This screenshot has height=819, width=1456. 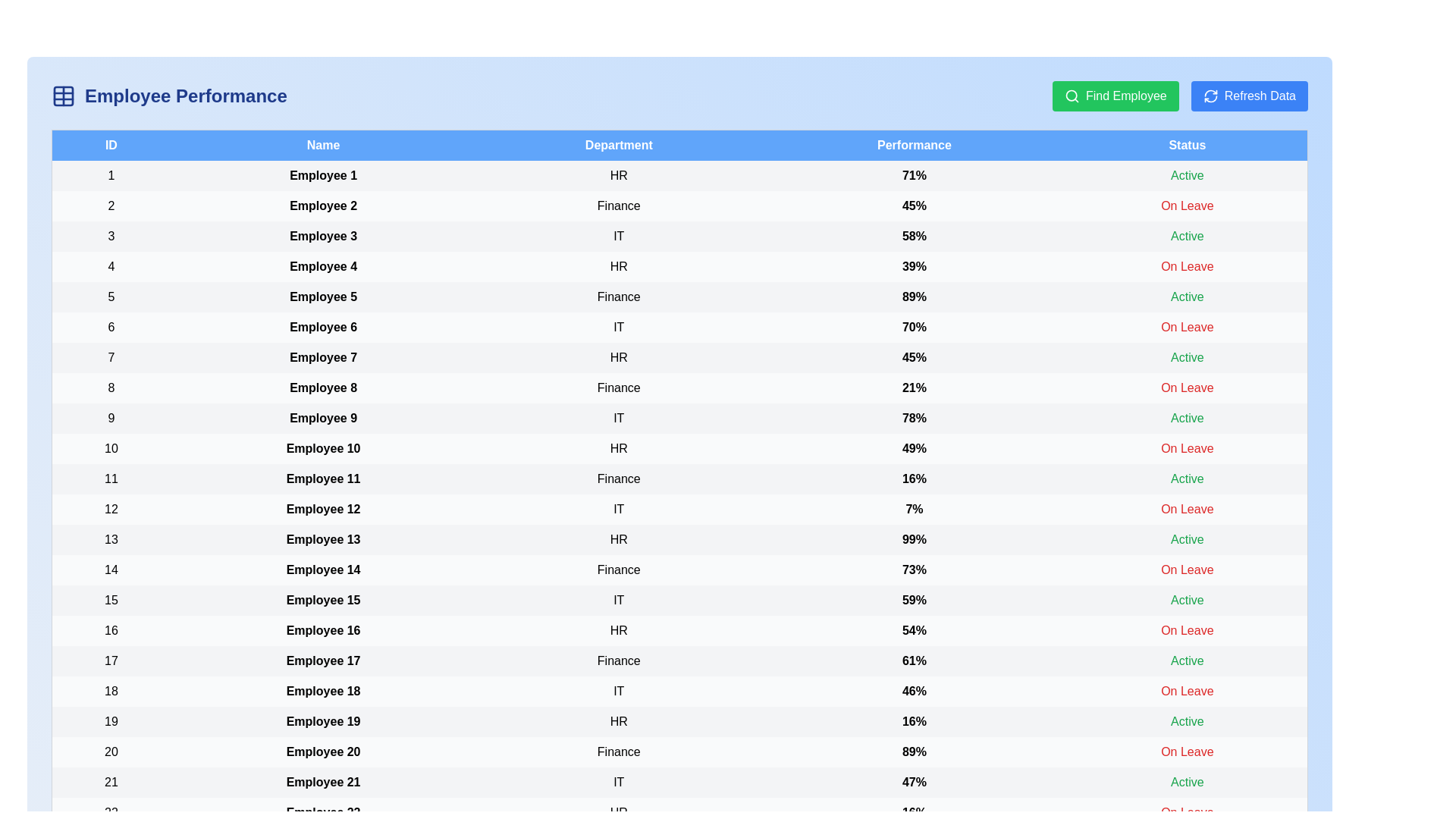 I want to click on the 'Find Employee' button, so click(x=1115, y=96).